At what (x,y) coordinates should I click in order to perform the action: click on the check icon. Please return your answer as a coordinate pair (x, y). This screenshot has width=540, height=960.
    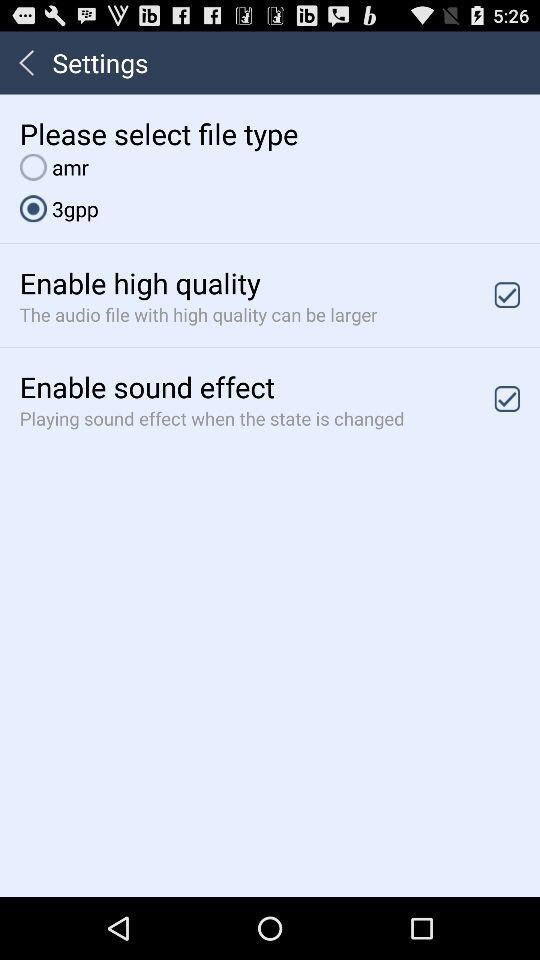
    Looking at the image, I should click on (507, 315).